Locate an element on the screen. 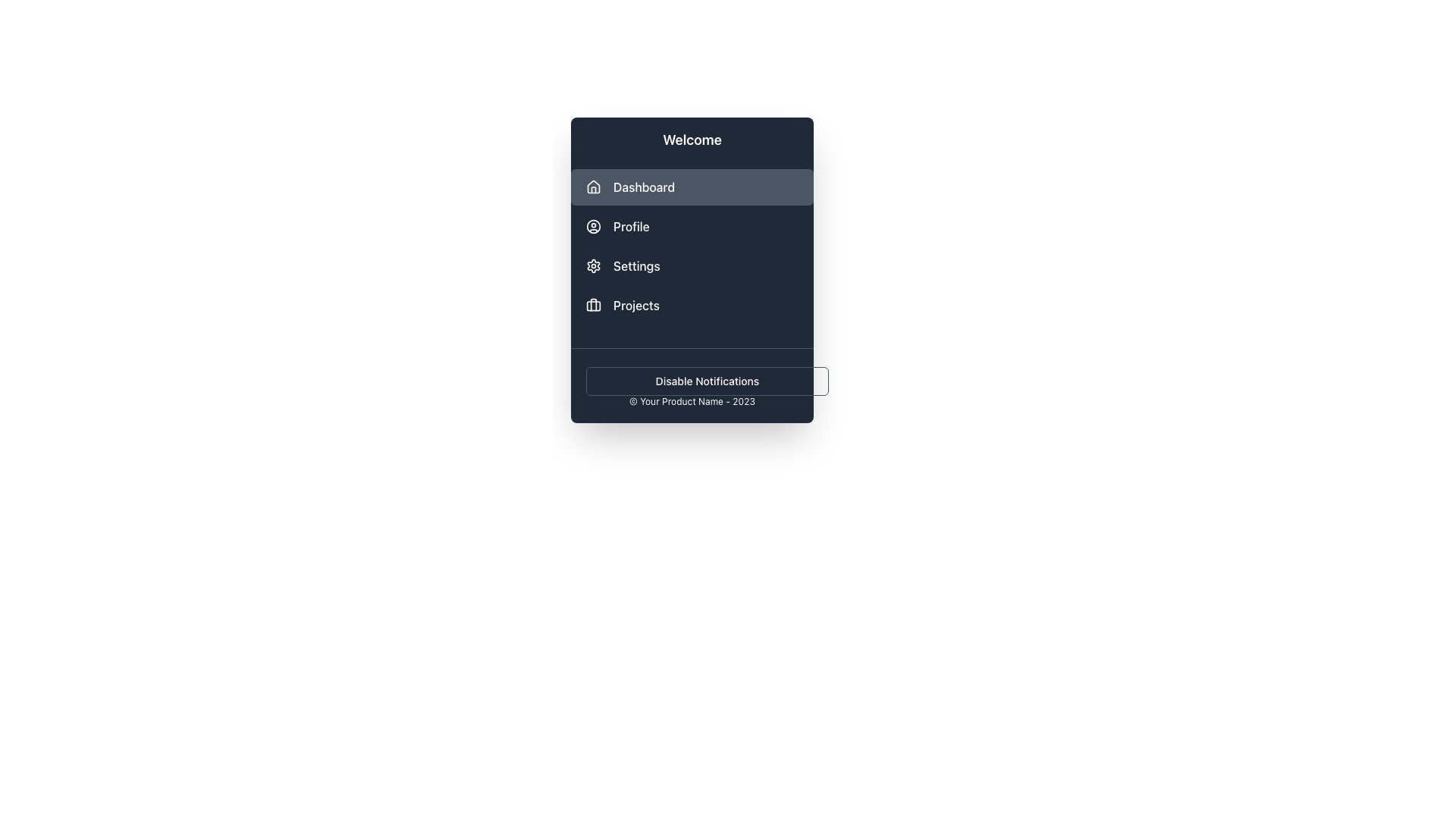  the cogwheel icon located next to the 'Settings' label in the vertical navigation menu is located at coordinates (592, 265).